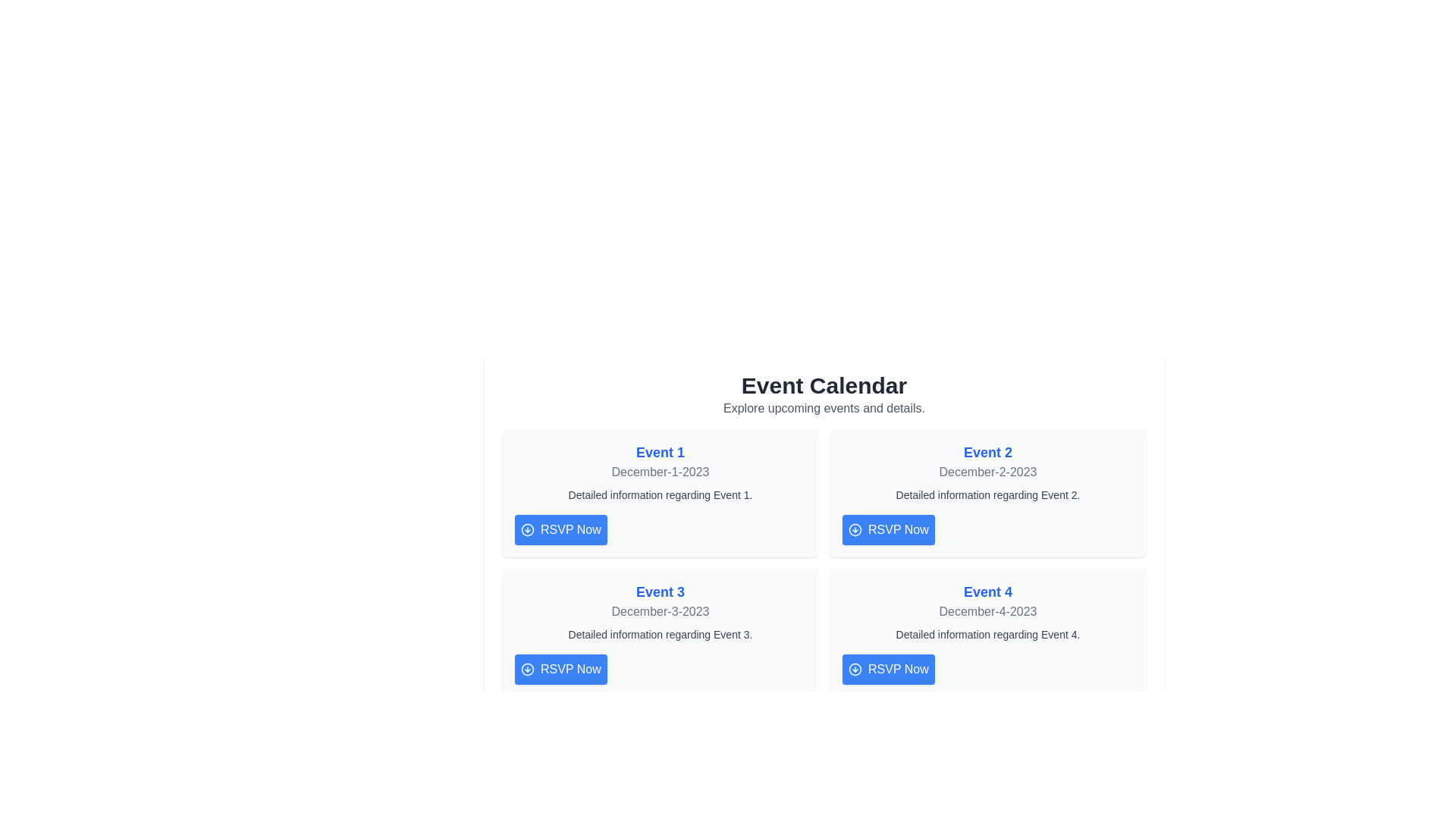  What do you see at coordinates (660, 494) in the screenshot?
I see `text label element styled with a small gray font that provides detailed information regarding 'Event 1', positioned below the event title and date` at bounding box center [660, 494].